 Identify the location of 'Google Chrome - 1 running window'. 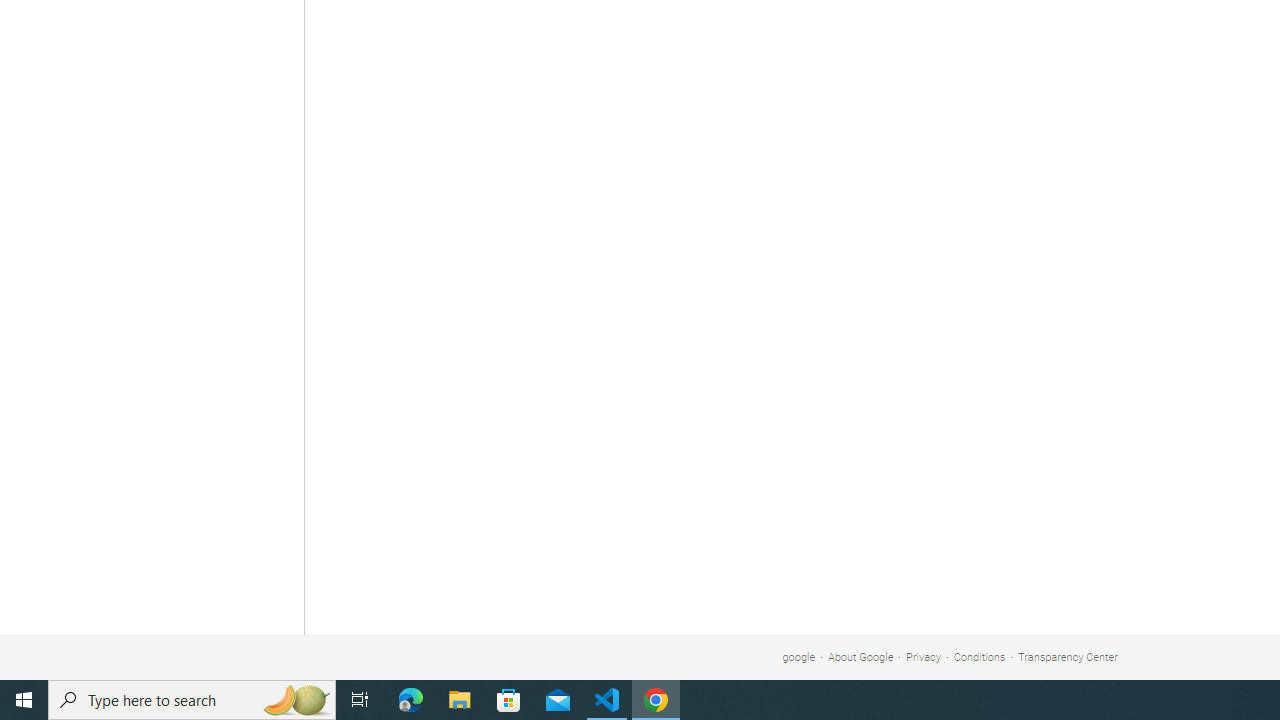
(656, 698).